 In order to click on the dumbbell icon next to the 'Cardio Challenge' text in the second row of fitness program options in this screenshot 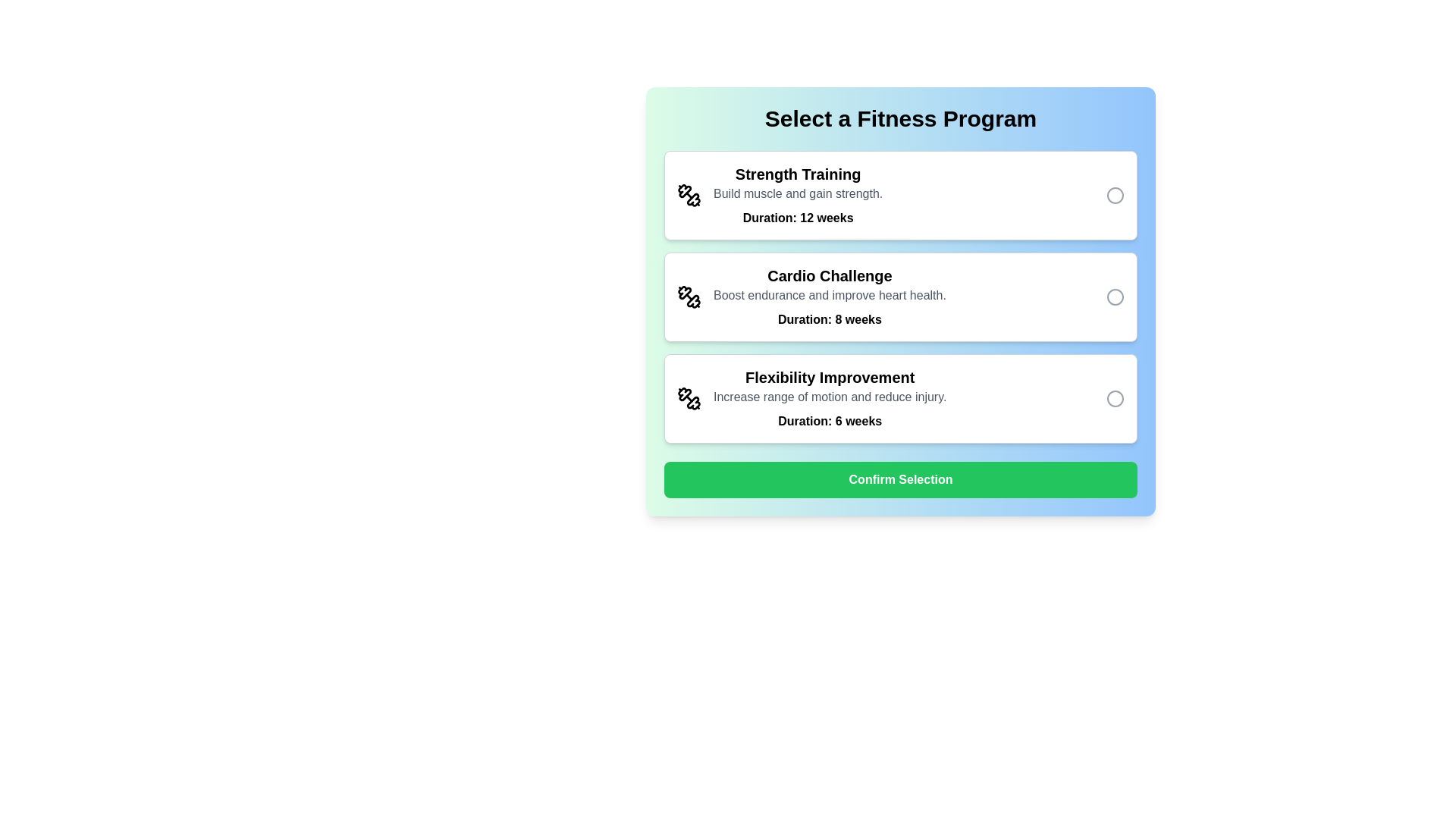, I will do `click(688, 297)`.